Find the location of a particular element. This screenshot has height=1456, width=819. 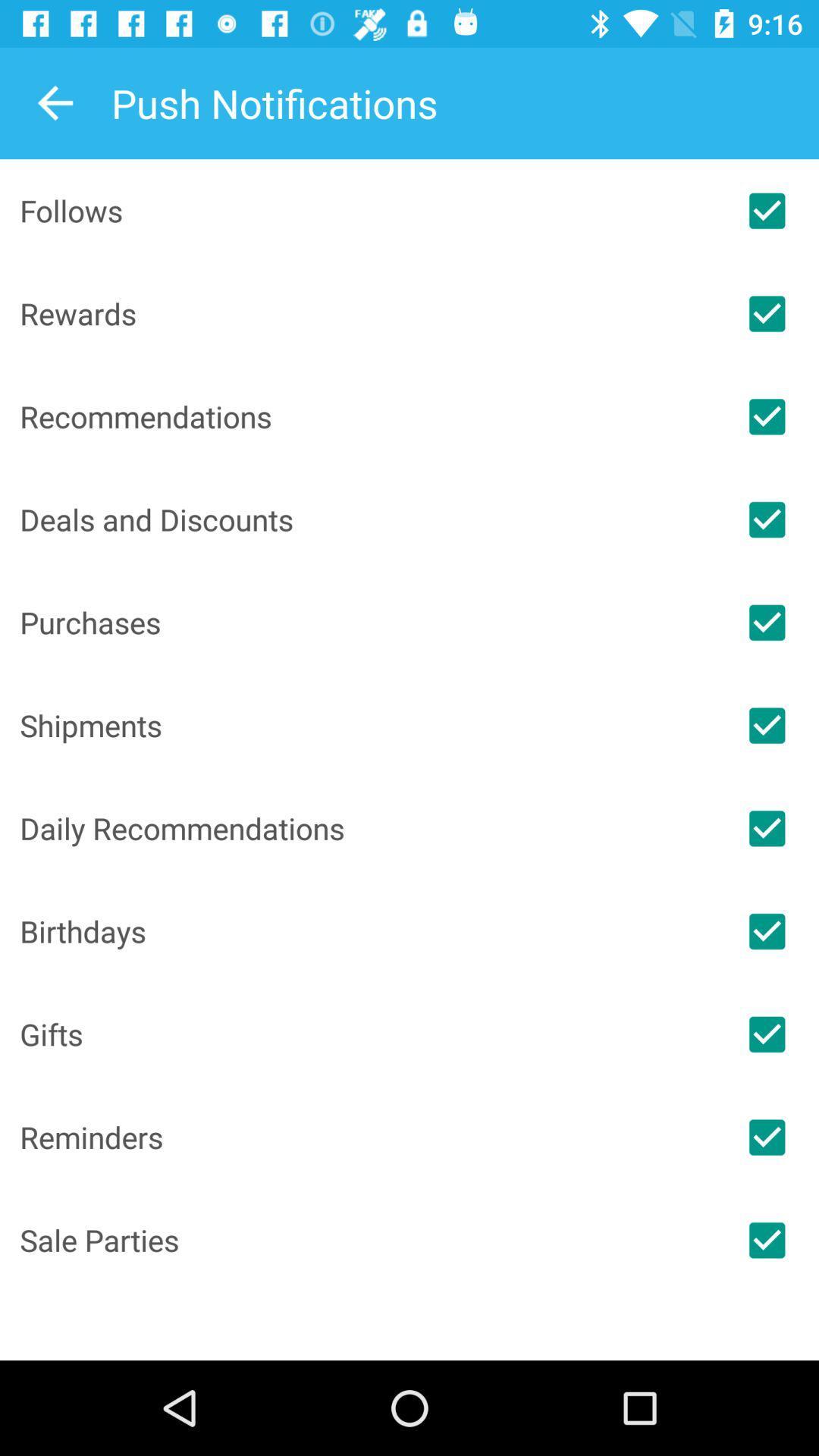

daily recommendations is located at coordinates (767, 827).